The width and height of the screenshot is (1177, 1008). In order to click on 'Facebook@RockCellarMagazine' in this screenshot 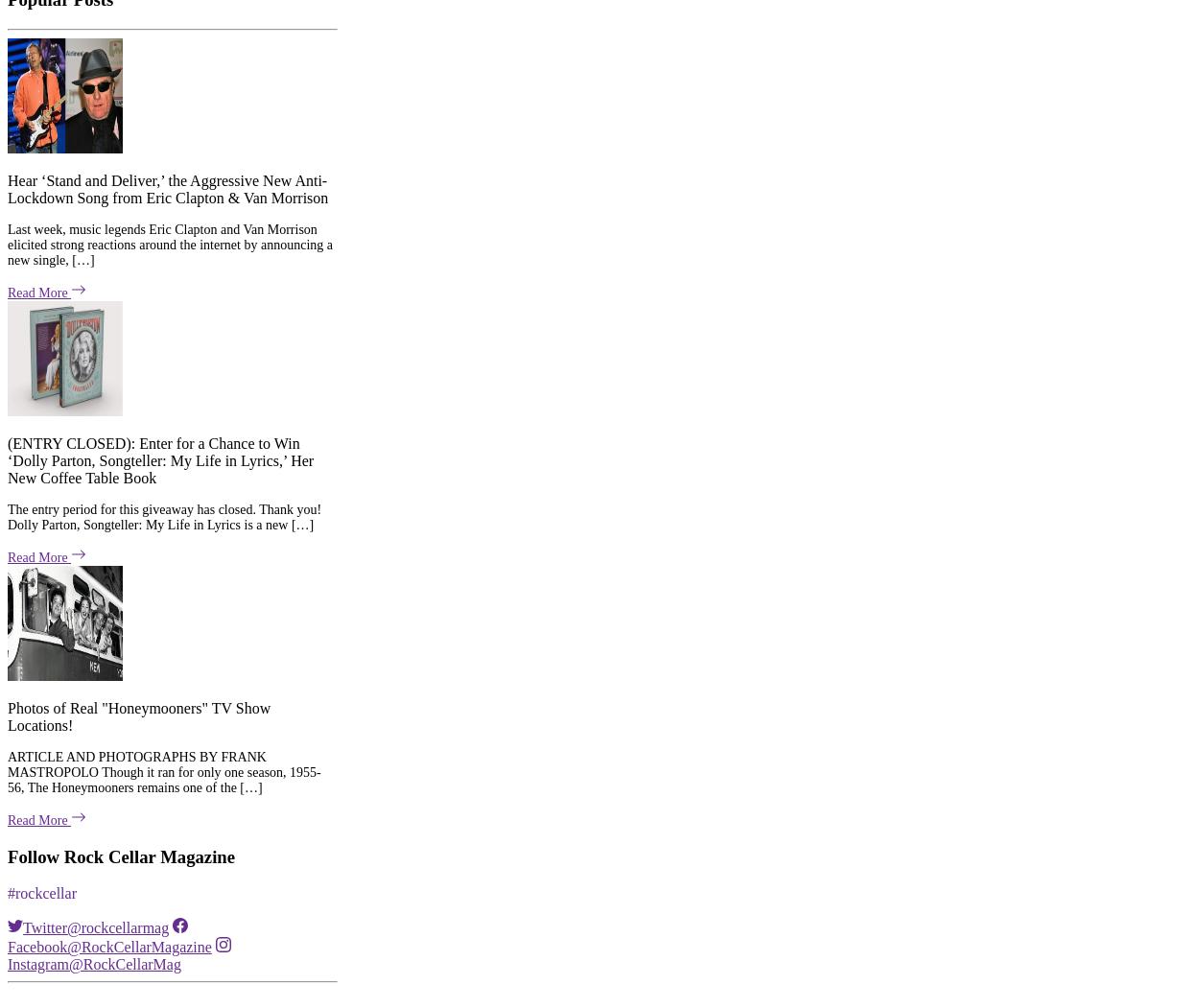, I will do `click(108, 659)`.